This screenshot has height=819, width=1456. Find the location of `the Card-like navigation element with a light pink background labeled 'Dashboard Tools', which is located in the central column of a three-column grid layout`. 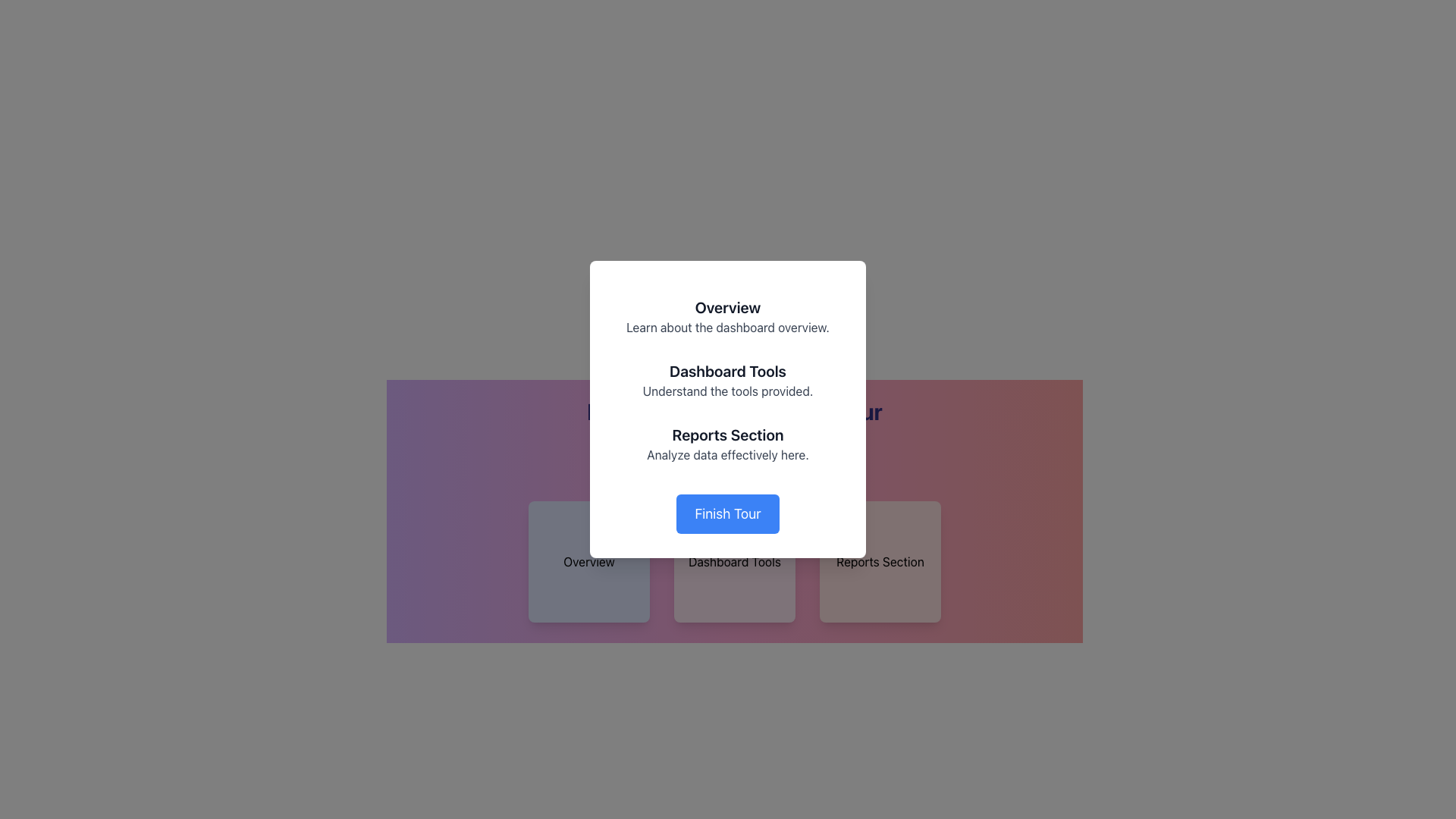

the Card-like navigation element with a light pink background labeled 'Dashboard Tools', which is located in the central column of a three-column grid layout is located at coordinates (735, 561).